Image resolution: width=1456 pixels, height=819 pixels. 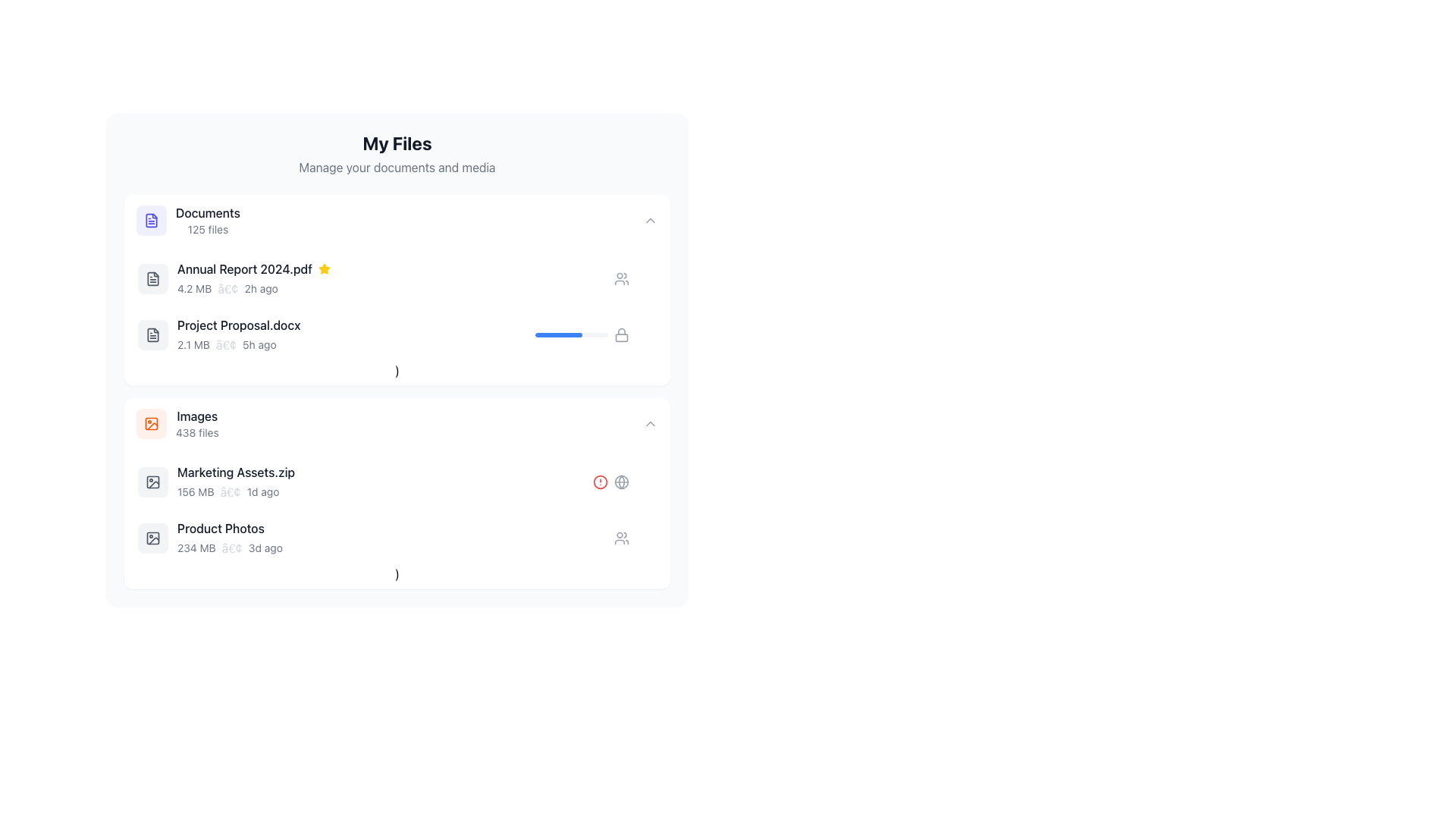 I want to click on the Category Header with Icon and Text that displays 'Documents' and '125 files', so click(x=187, y=220).